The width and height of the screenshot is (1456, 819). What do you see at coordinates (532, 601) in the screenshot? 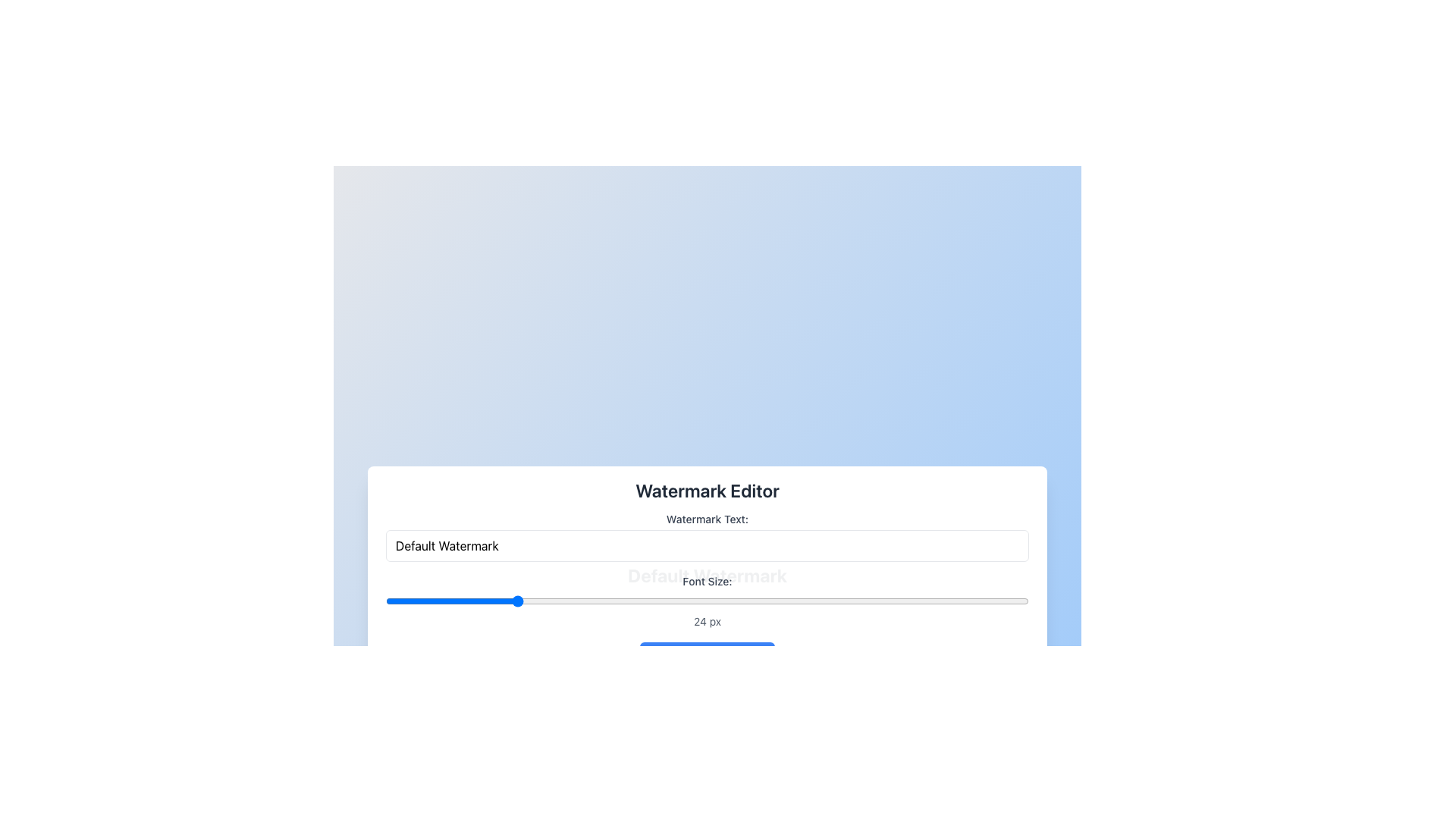
I see `font size` at bounding box center [532, 601].